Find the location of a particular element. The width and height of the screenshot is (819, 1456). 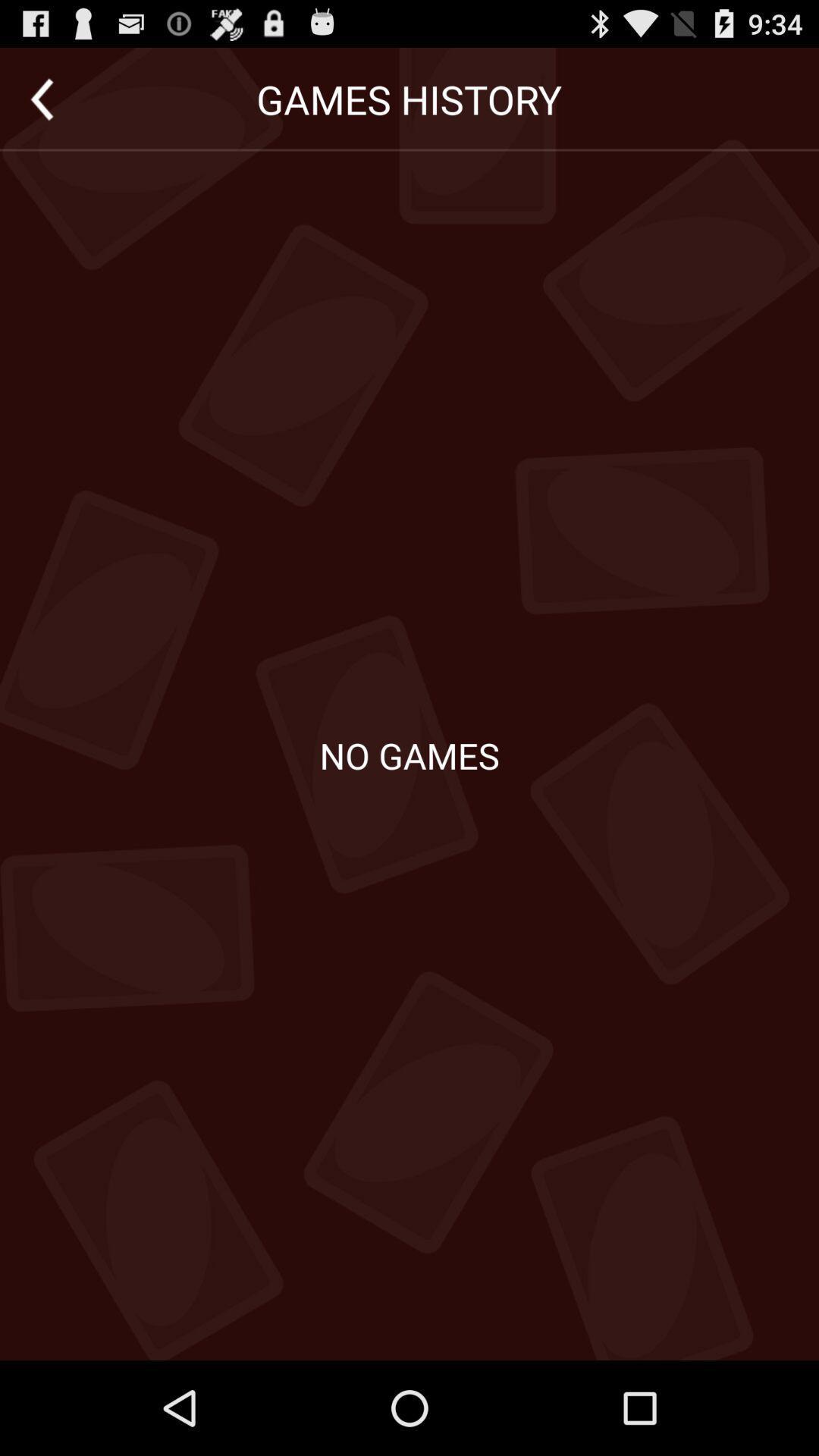

the arrow_backward icon is located at coordinates (41, 105).